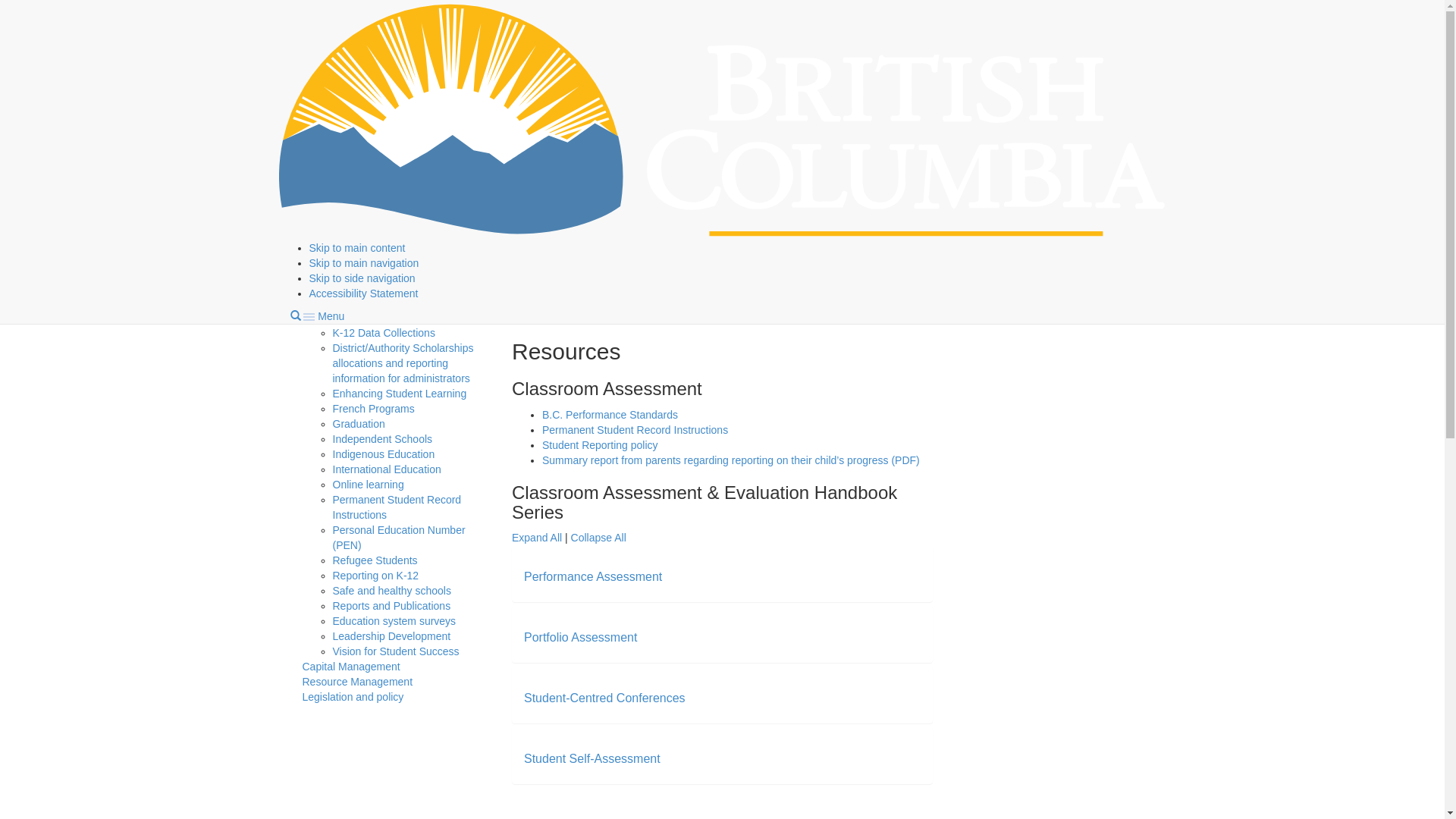 This screenshot has width=1456, height=819. I want to click on 'Children and youth in care', so click(394, 287).